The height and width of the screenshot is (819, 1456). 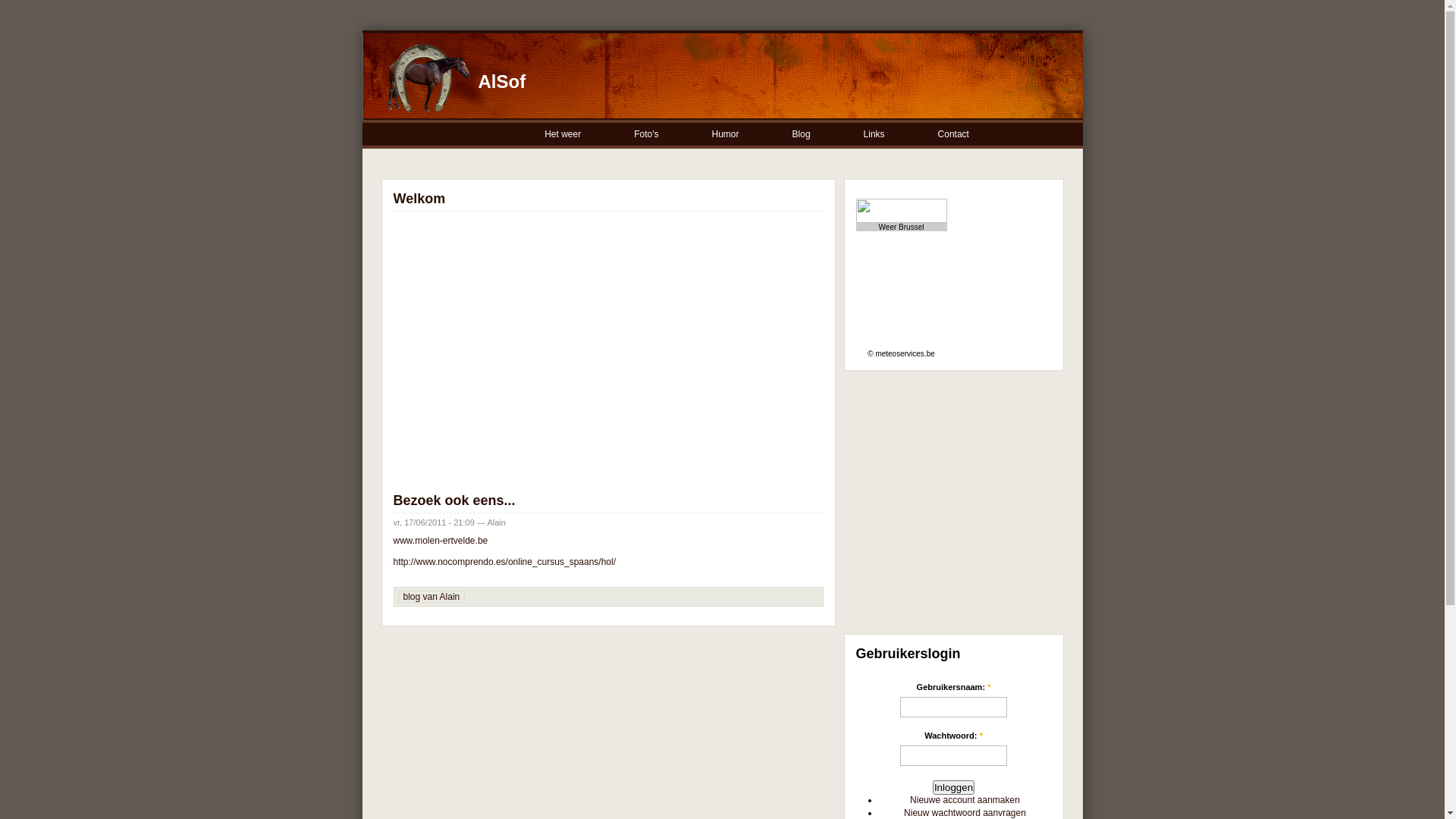 I want to click on 'Nieuw wachtwoord aanvragen', so click(x=903, y=812).